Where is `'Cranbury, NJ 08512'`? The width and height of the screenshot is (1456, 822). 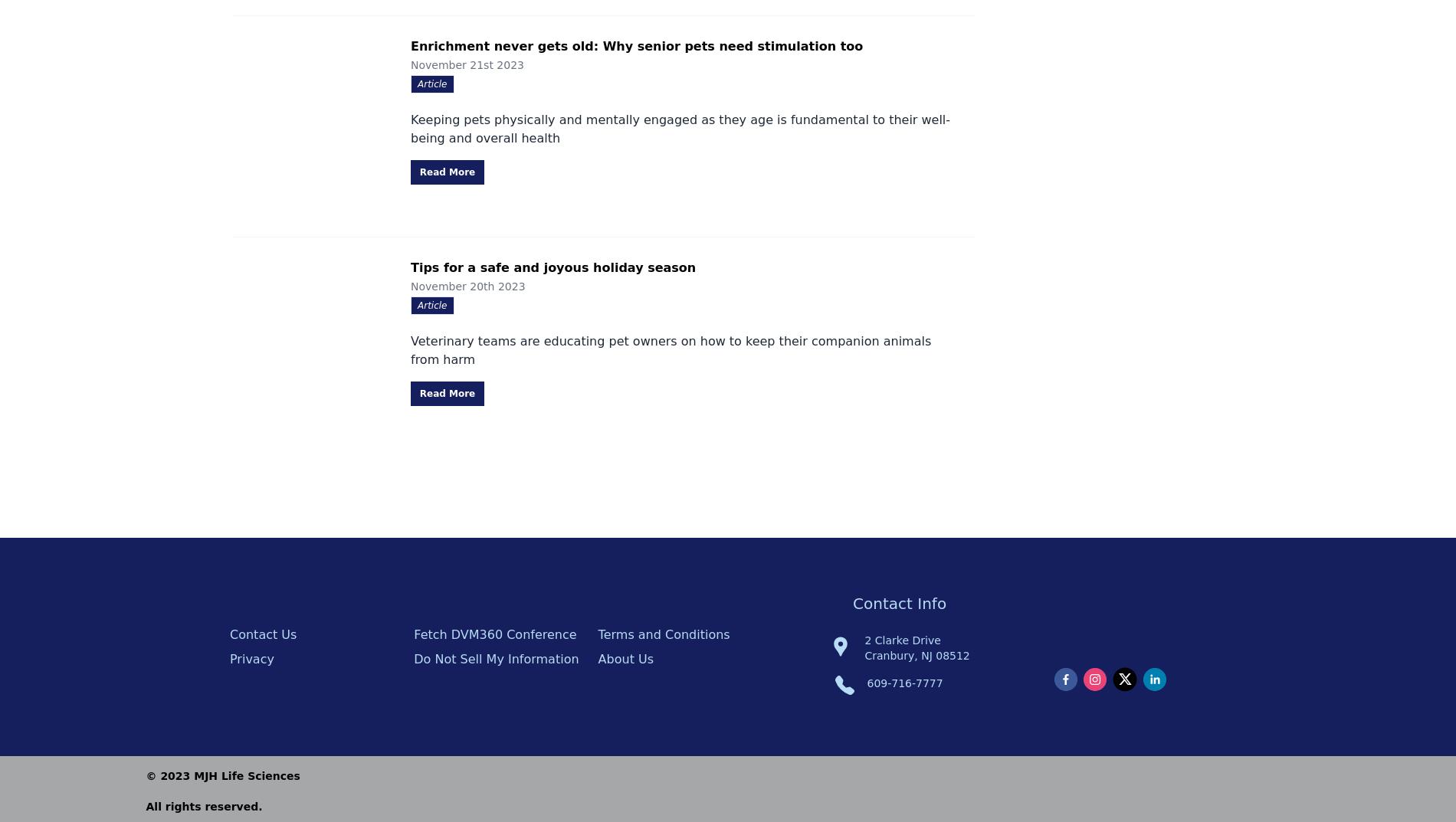 'Cranbury, NJ 08512' is located at coordinates (916, 655).